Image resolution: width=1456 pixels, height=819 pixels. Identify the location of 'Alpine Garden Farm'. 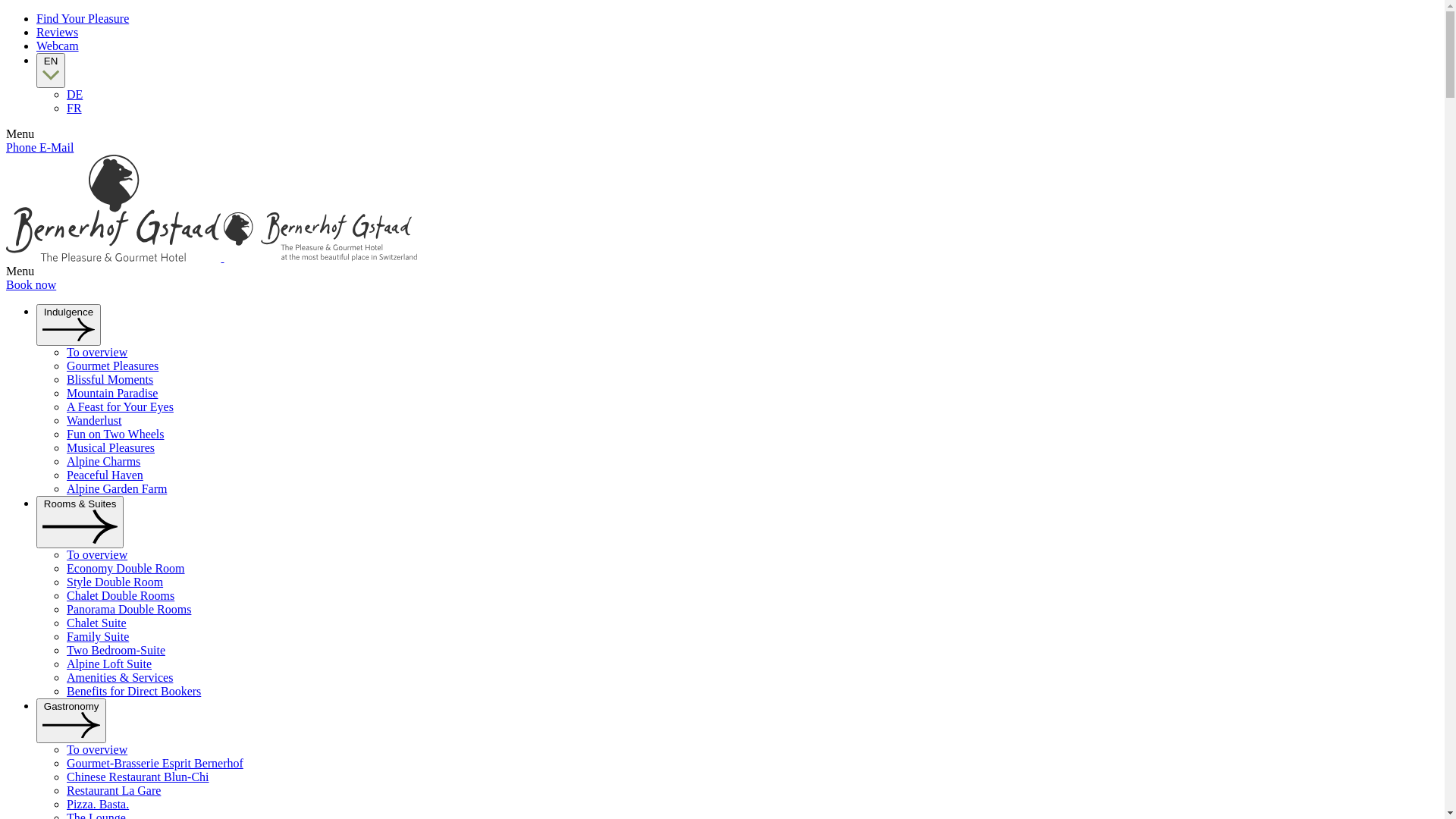
(115, 488).